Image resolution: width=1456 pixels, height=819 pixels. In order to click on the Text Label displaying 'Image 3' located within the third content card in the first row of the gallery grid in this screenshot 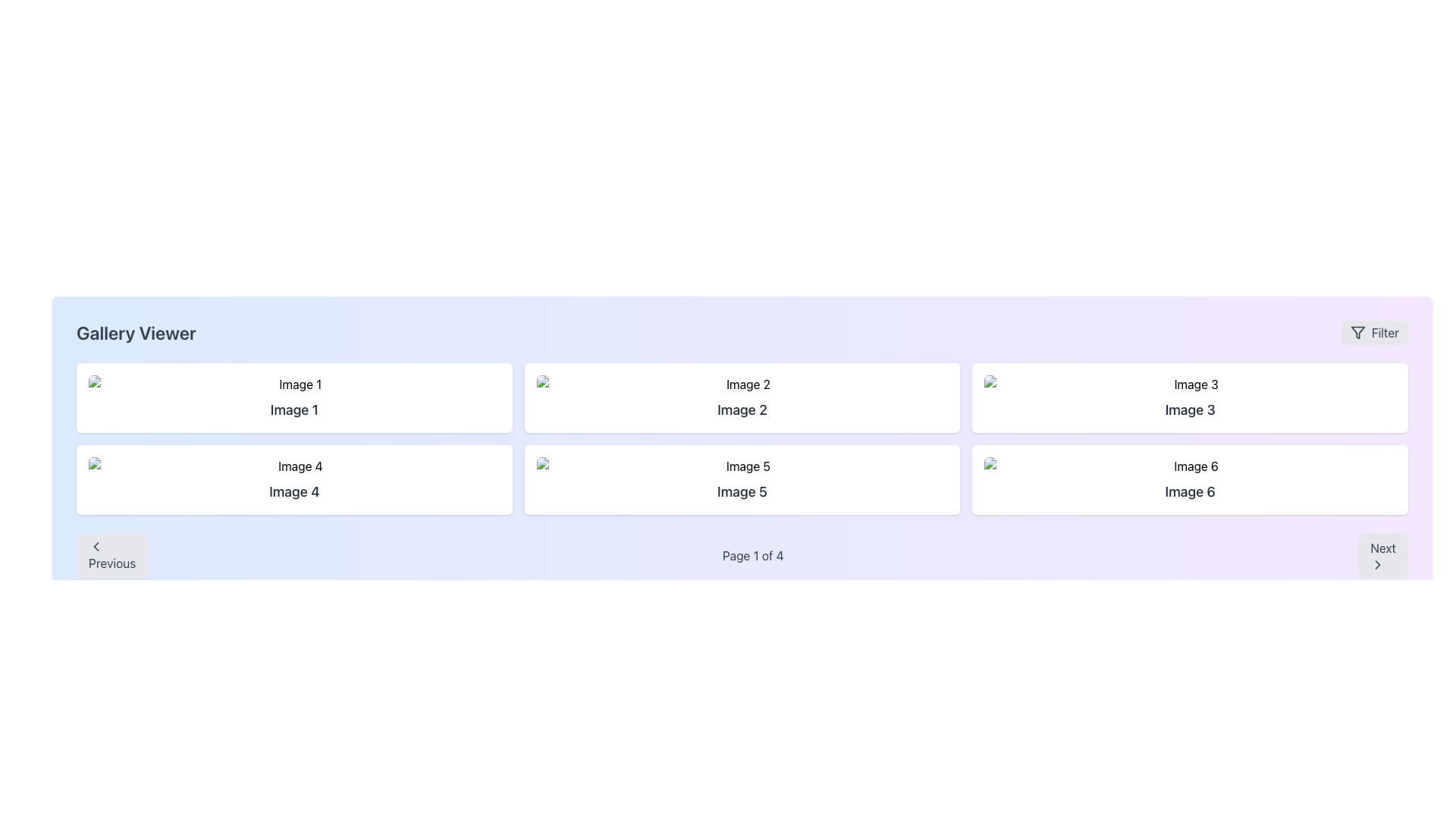, I will do `click(1189, 409)`.